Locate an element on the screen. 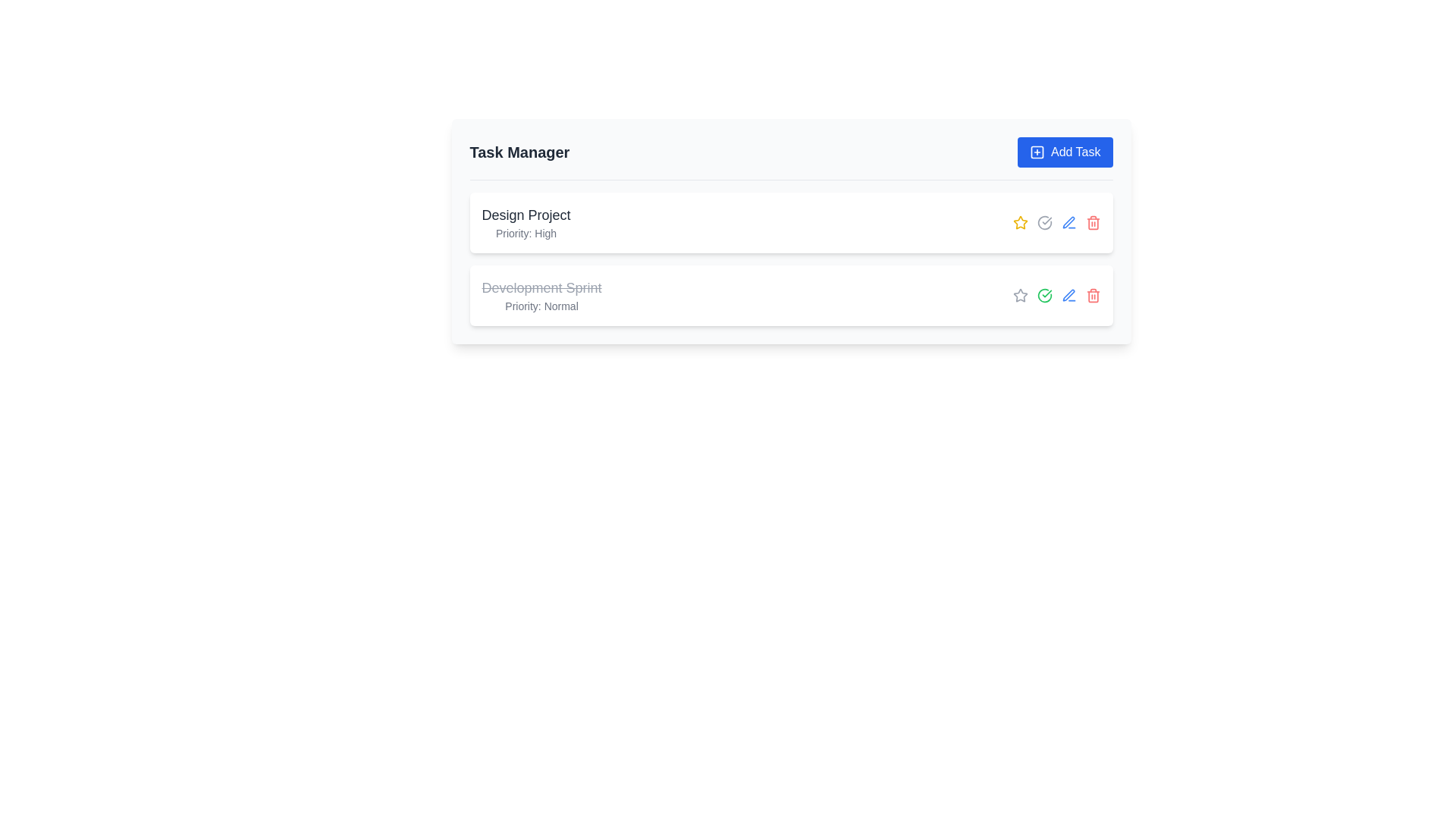 This screenshot has width=1456, height=819. the 'High' priority label indicating the urgency of the 'Design Project' task, which is located beneath the 'Design Project' text is located at coordinates (526, 234).